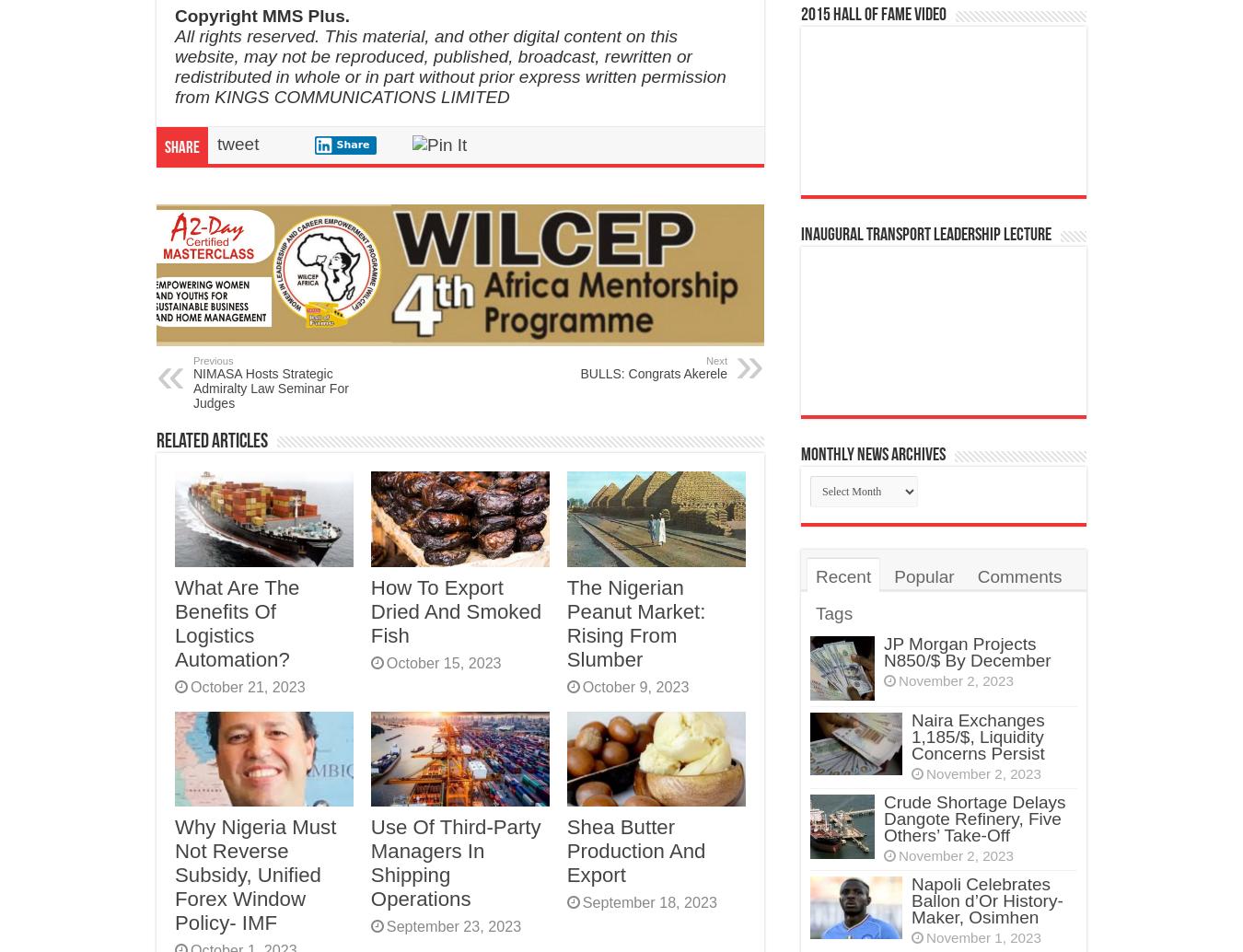  Describe the element at coordinates (211, 441) in the screenshot. I see `'Related Articles'` at that location.